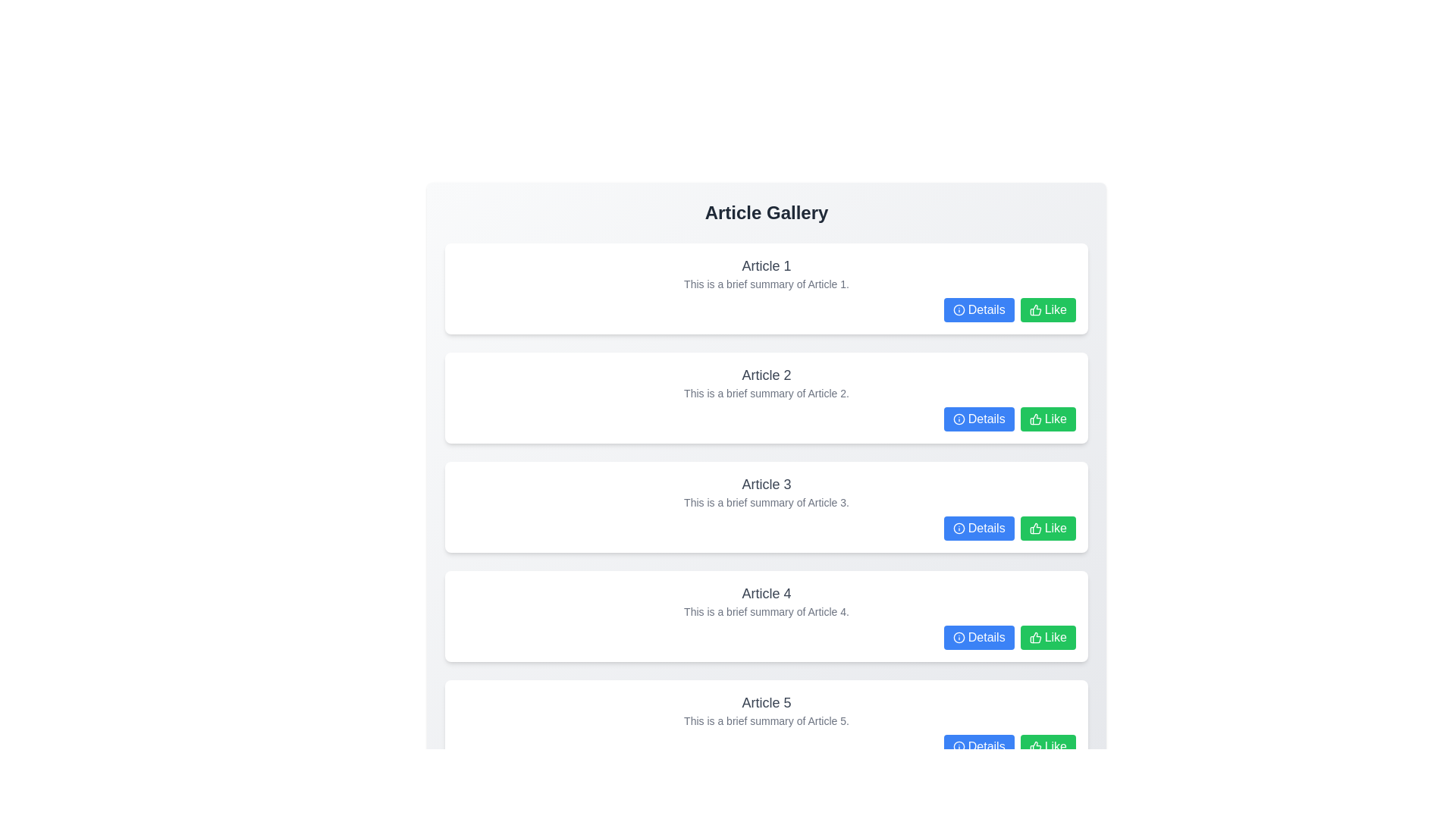 Image resolution: width=1456 pixels, height=819 pixels. Describe the element at coordinates (1034, 745) in the screenshot. I see `the thumbs-up icon within the 'Like' button of 'Article 5'` at that location.